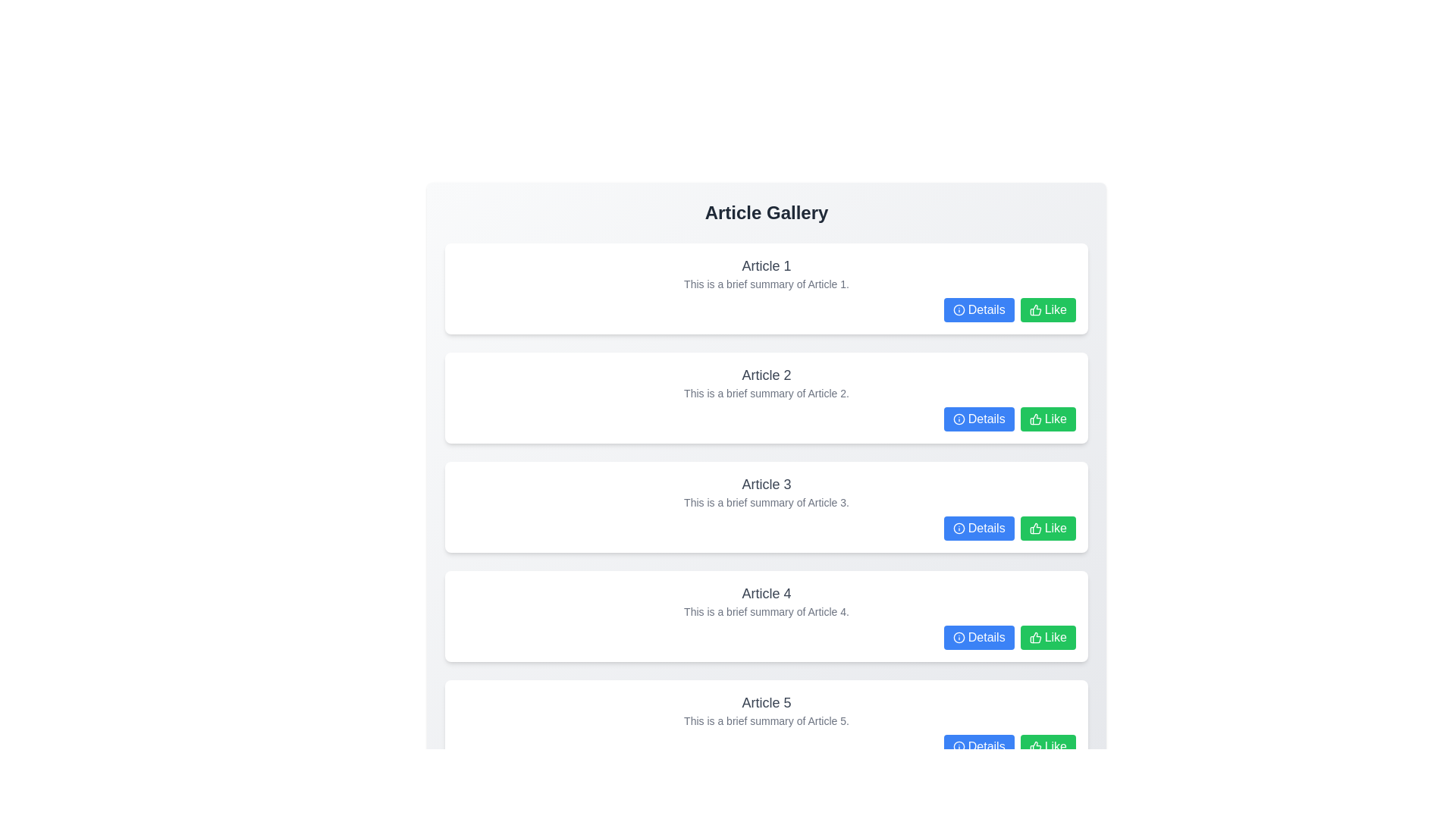 Image resolution: width=1456 pixels, height=819 pixels. Describe the element at coordinates (1034, 745) in the screenshot. I see `the thumbs-up icon within the 'Like' button of 'Article 5'` at that location.